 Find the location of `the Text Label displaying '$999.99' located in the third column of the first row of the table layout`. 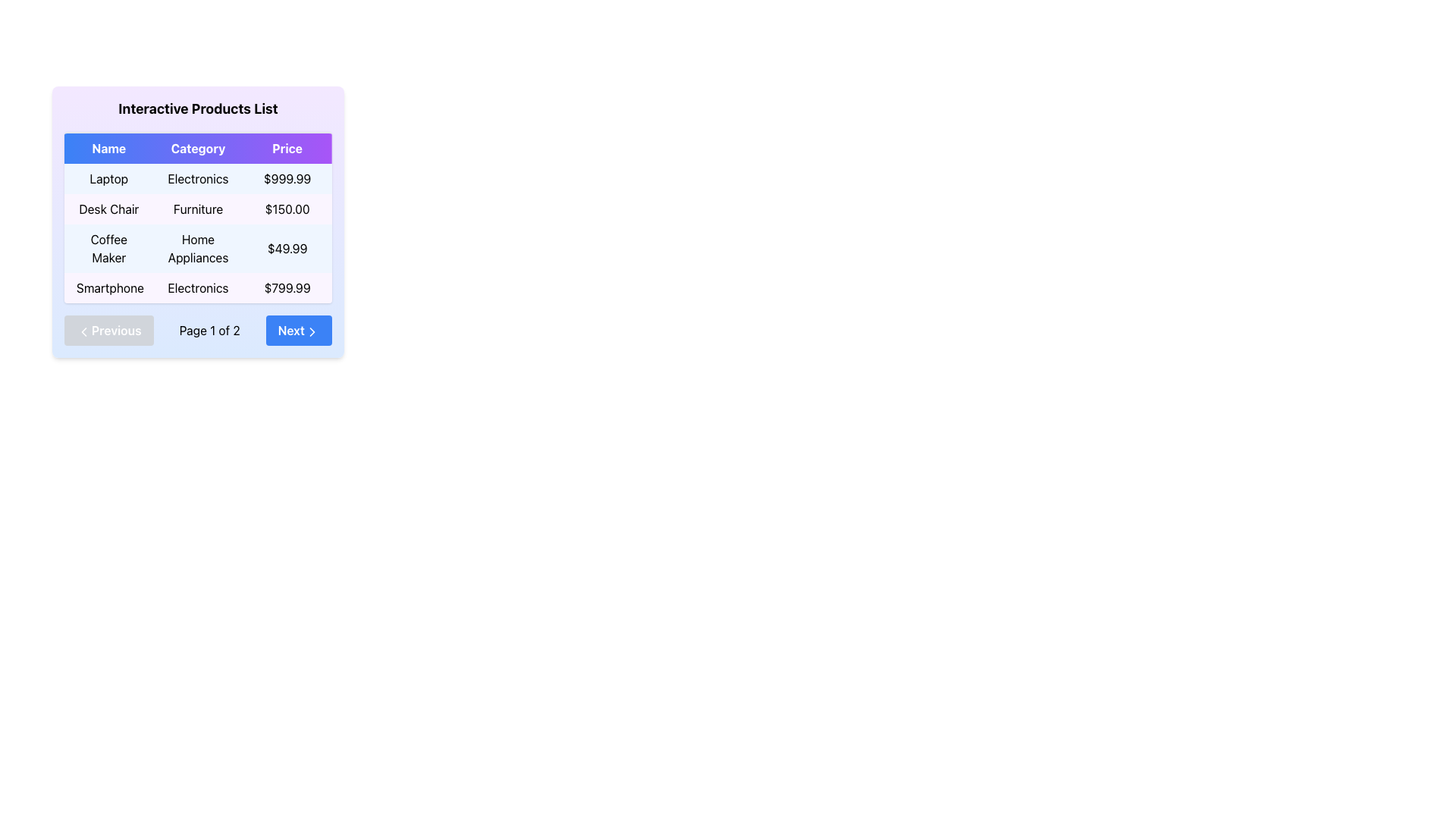

the Text Label displaying '$999.99' located in the third column of the first row of the table layout is located at coordinates (287, 177).